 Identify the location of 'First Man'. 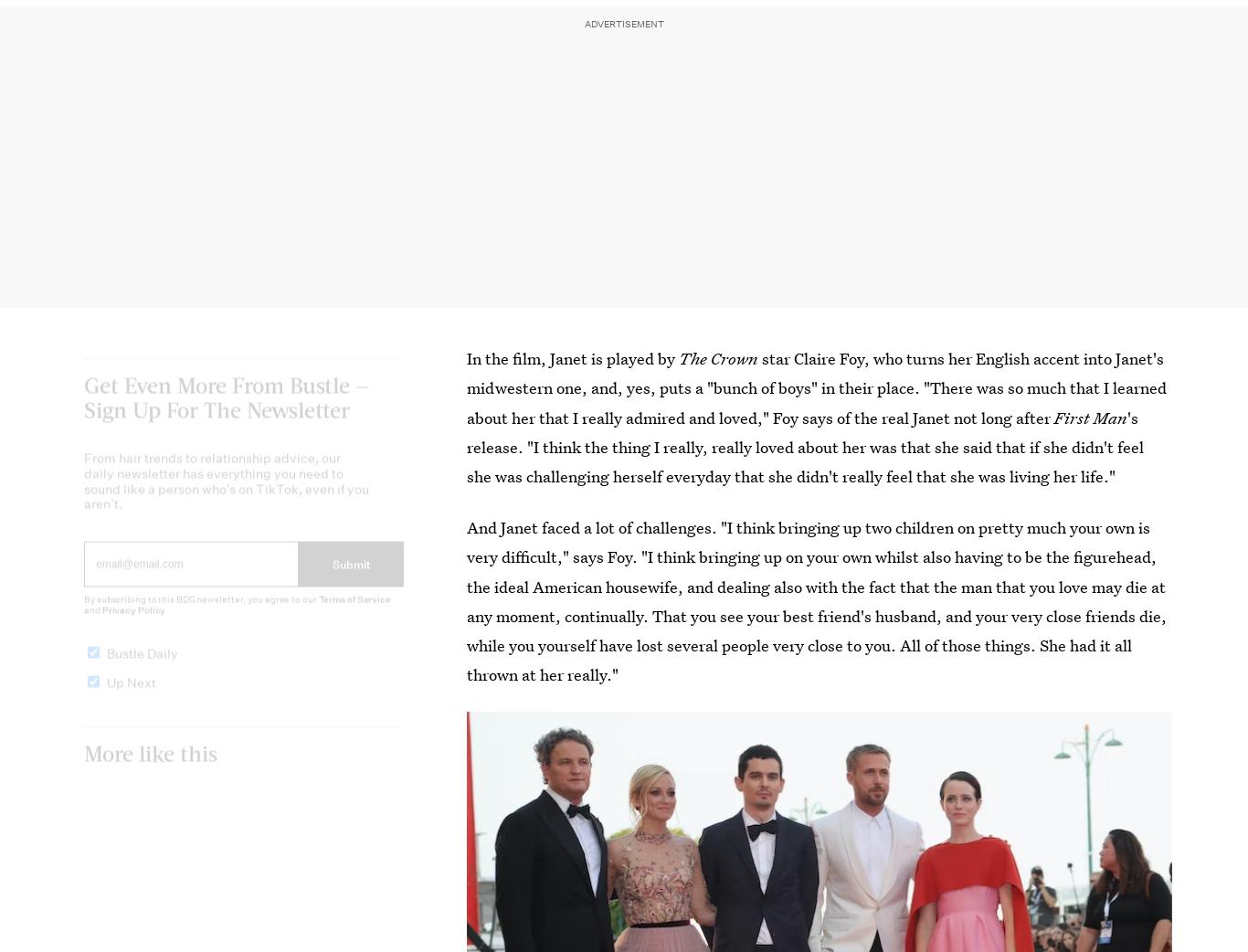
(1053, 417).